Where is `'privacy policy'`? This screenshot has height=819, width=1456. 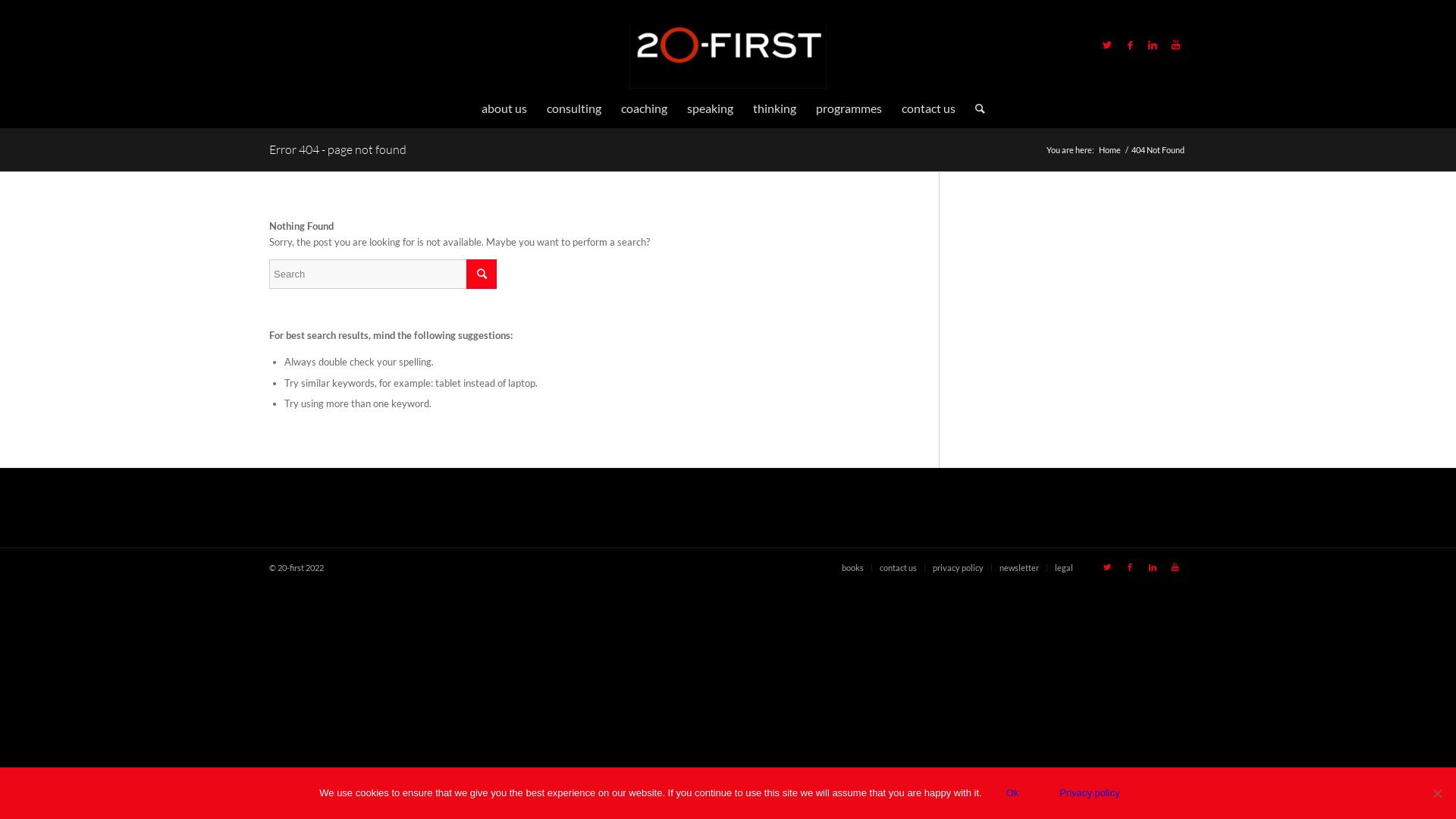
'privacy policy' is located at coordinates (957, 567).